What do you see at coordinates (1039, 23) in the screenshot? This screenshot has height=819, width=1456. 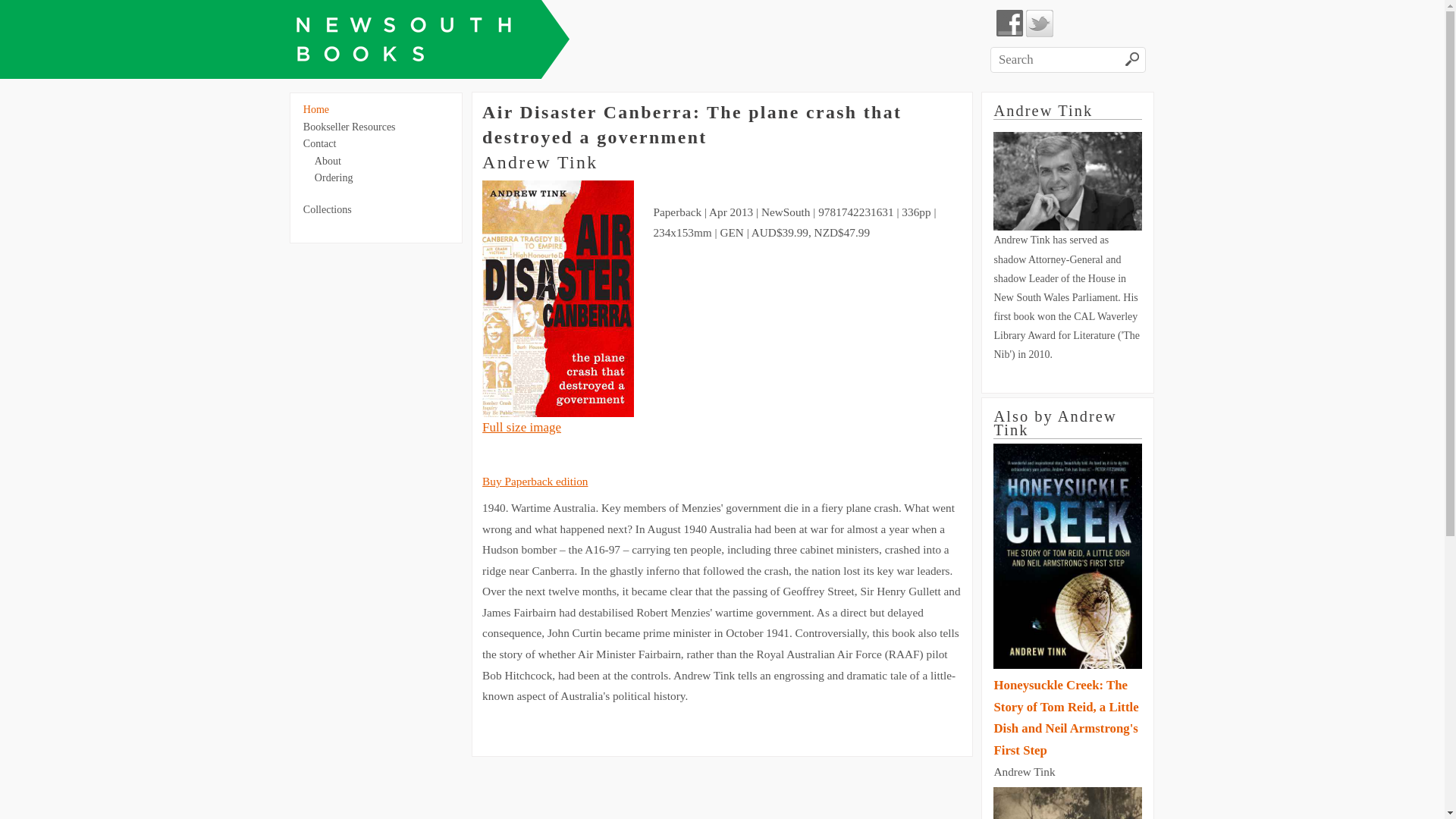 I see `'Twitter'` at bounding box center [1039, 23].